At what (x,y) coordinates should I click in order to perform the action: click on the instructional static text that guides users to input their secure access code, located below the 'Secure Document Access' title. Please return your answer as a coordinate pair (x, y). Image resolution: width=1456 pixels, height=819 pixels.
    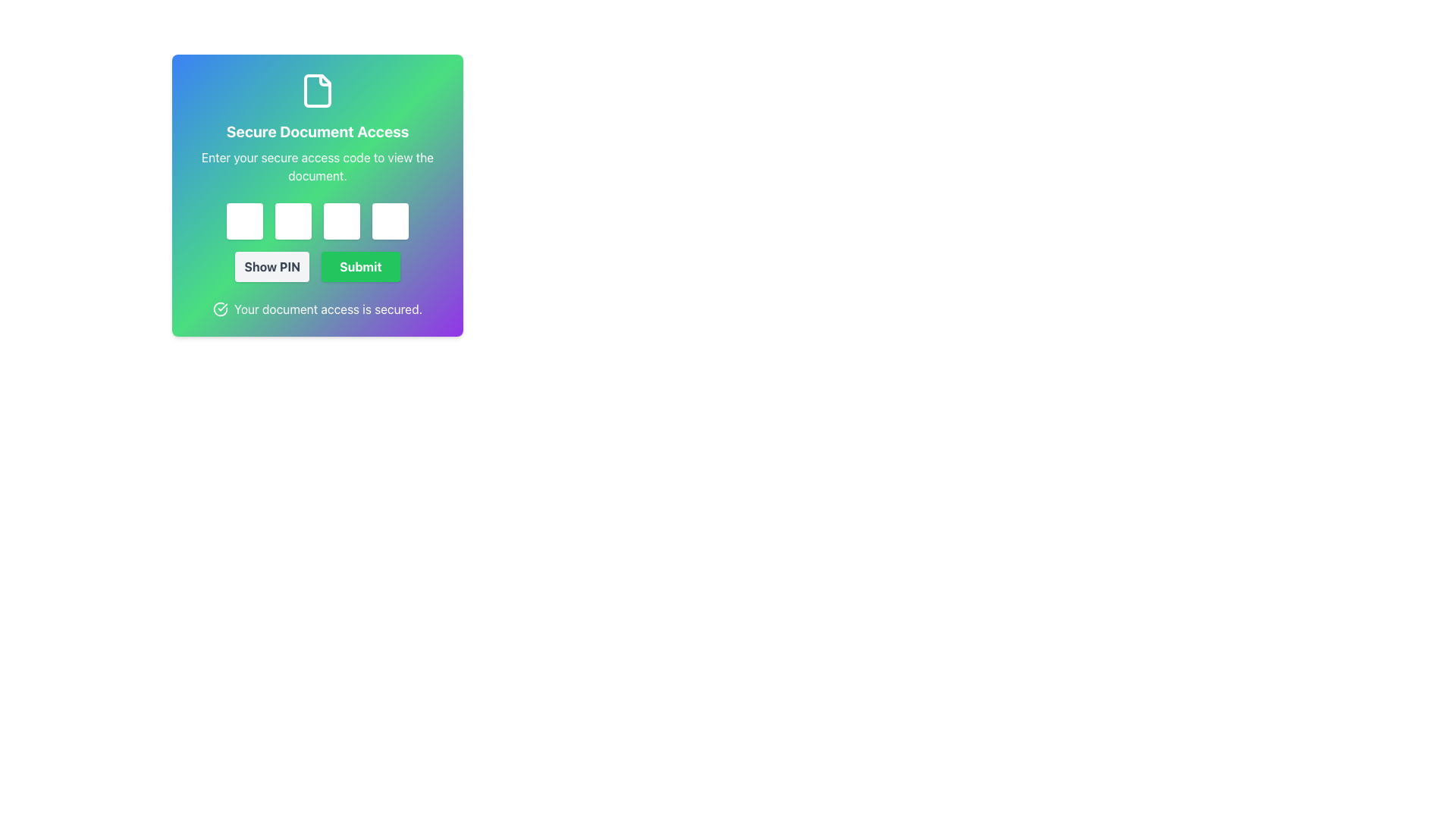
    Looking at the image, I should click on (316, 166).